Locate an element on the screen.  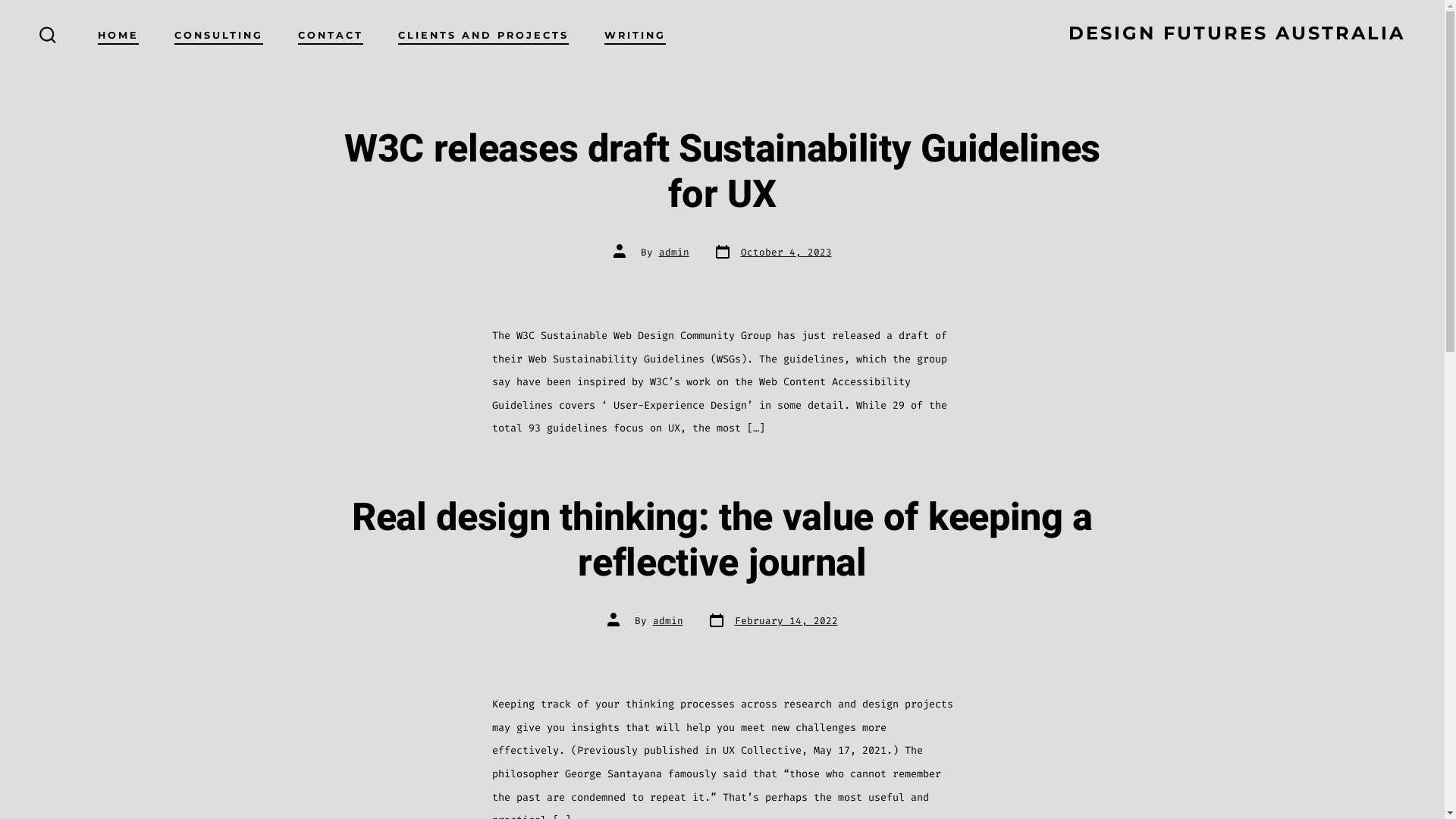
'CLIENTS AND PROJECTS' is located at coordinates (482, 35).